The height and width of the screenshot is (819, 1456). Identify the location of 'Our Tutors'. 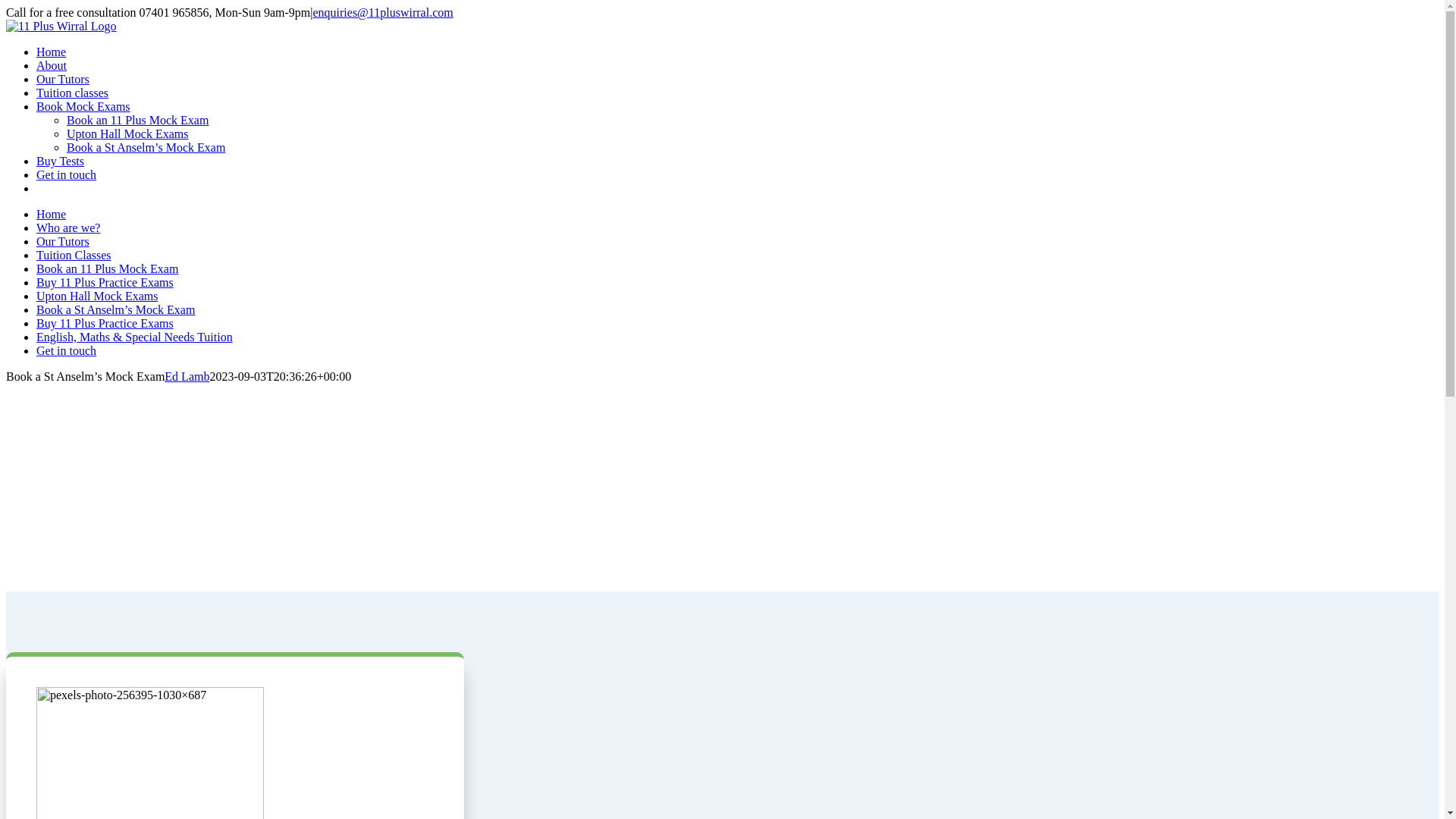
(61, 79).